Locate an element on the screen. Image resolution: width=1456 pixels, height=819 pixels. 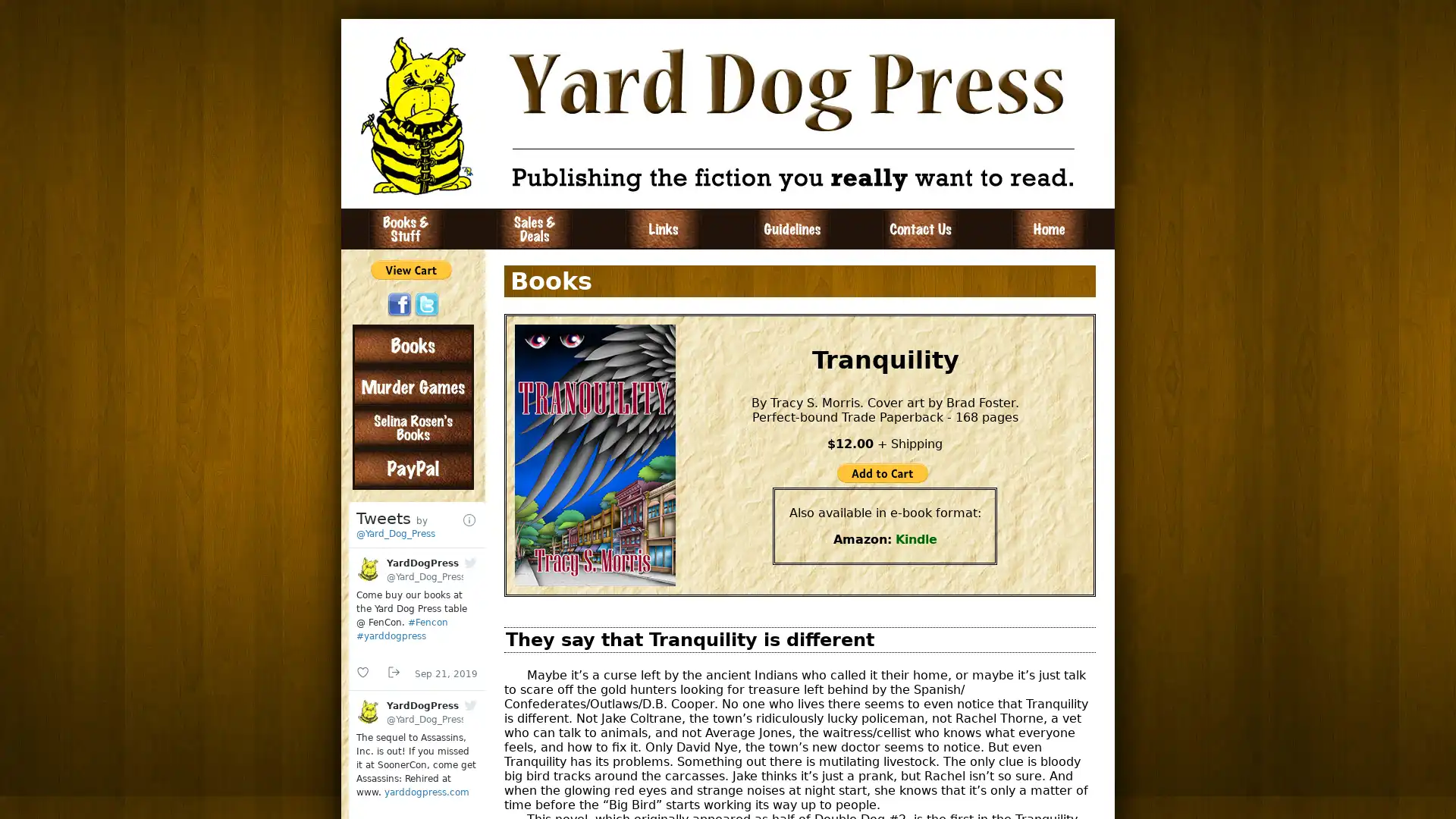
PayPal - The safer, easier way to pay online is located at coordinates (411, 268).